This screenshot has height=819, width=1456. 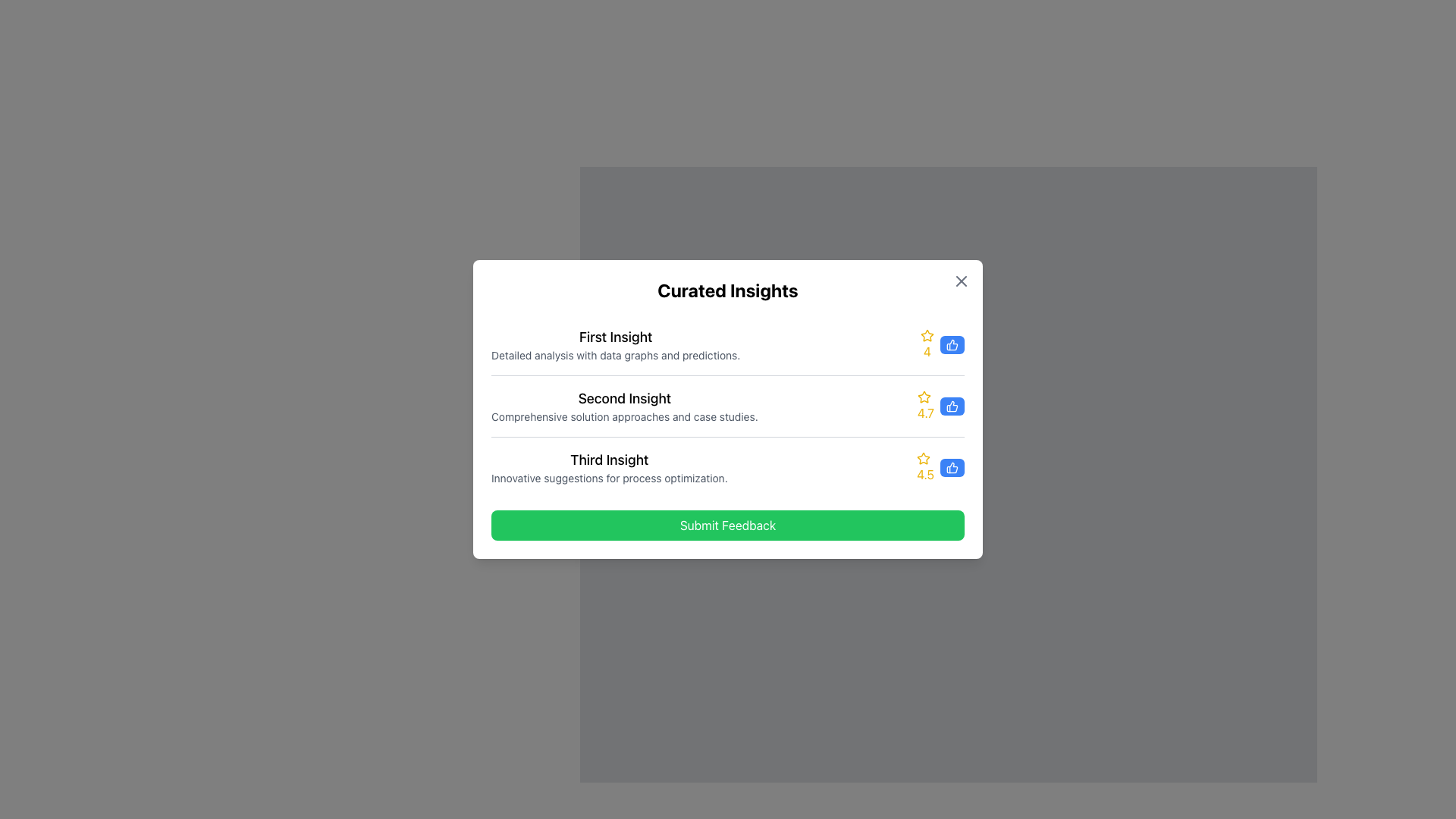 What do you see at coordinates (609, 467) in the screenshot?
I see `the 'Third Insight' text group element, which includes the title styled in bold and larger font and a gray-colored subtitle, centrally located under the second insight element` at bounding box center [609, 467].